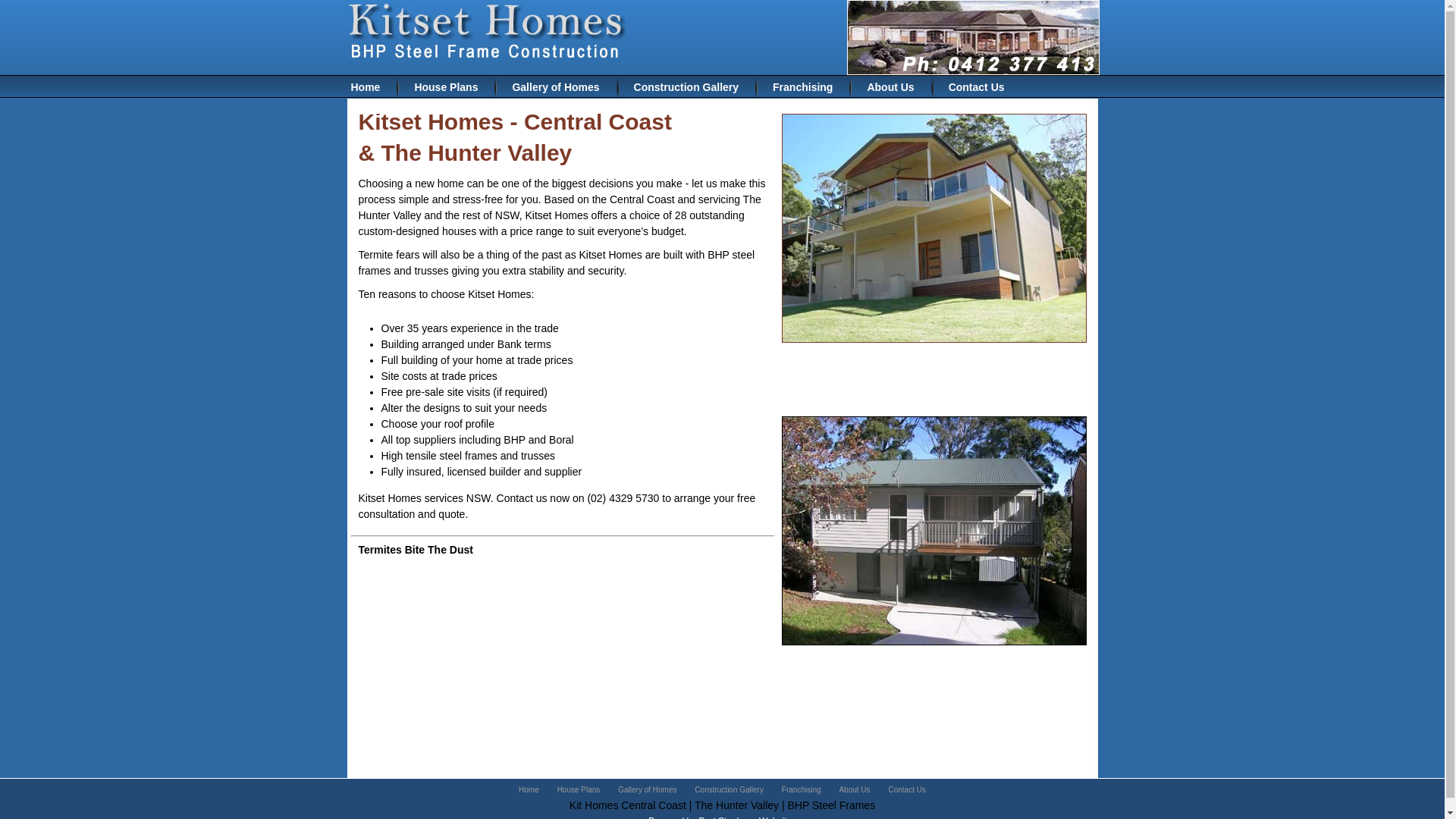  Describe the element at coordinates (800, 789) in the screenshot. I see `'Franchising'` at that location.